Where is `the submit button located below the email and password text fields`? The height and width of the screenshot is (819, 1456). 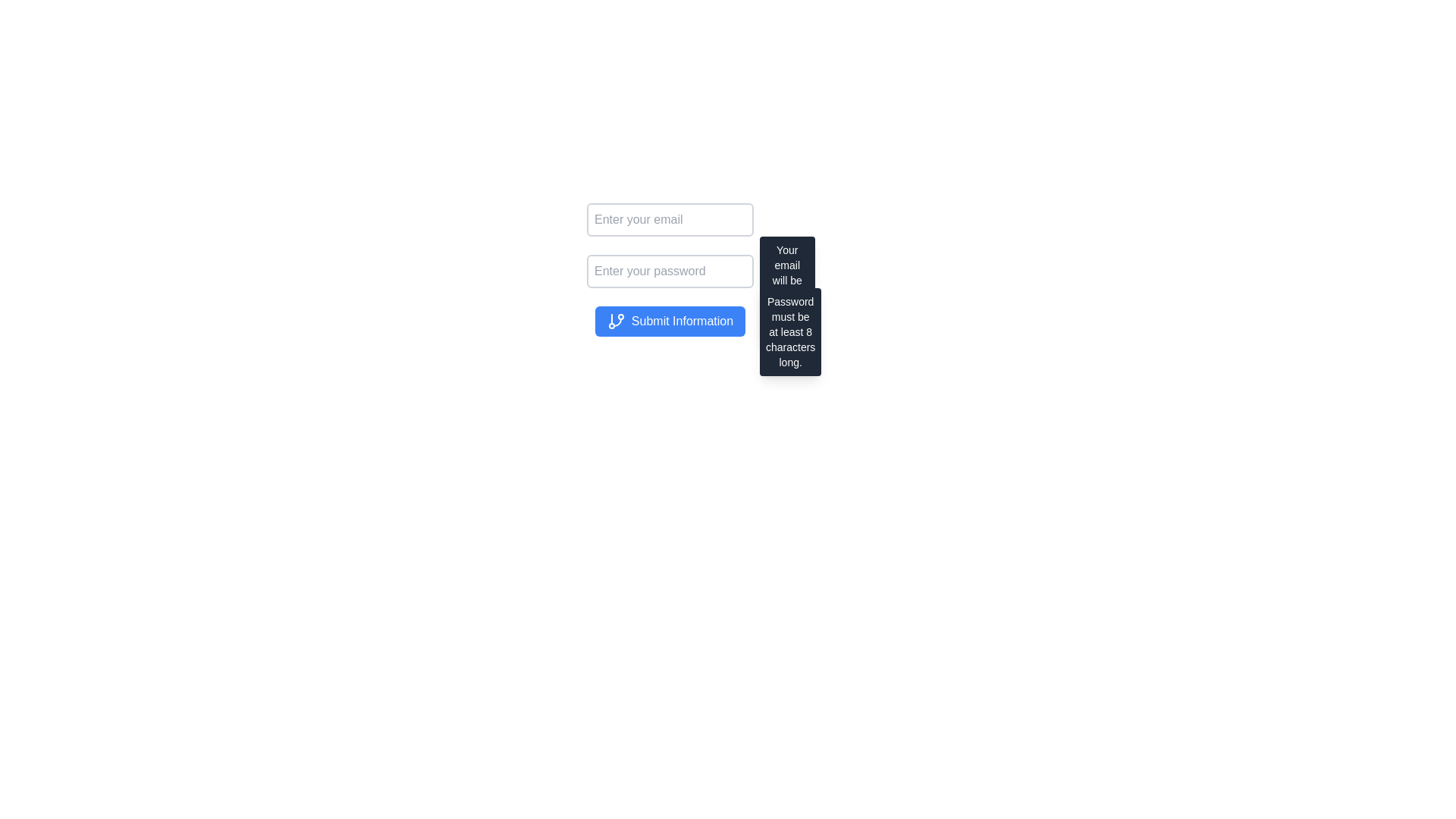 the submit button located below the email and password text fields is located at coordinates (669, 321).